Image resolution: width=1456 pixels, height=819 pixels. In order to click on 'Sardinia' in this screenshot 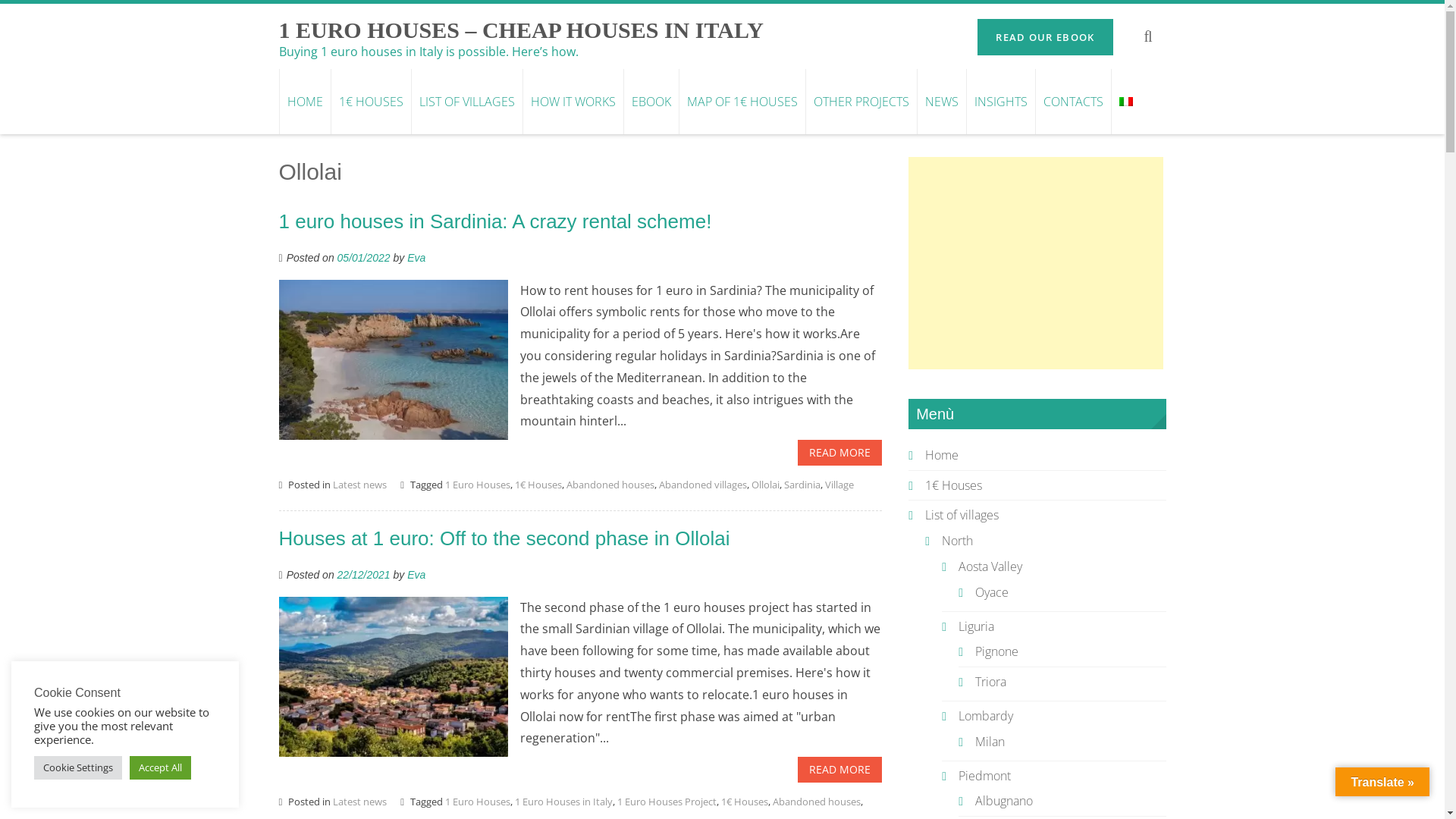, I will do `click(801, 485)`.